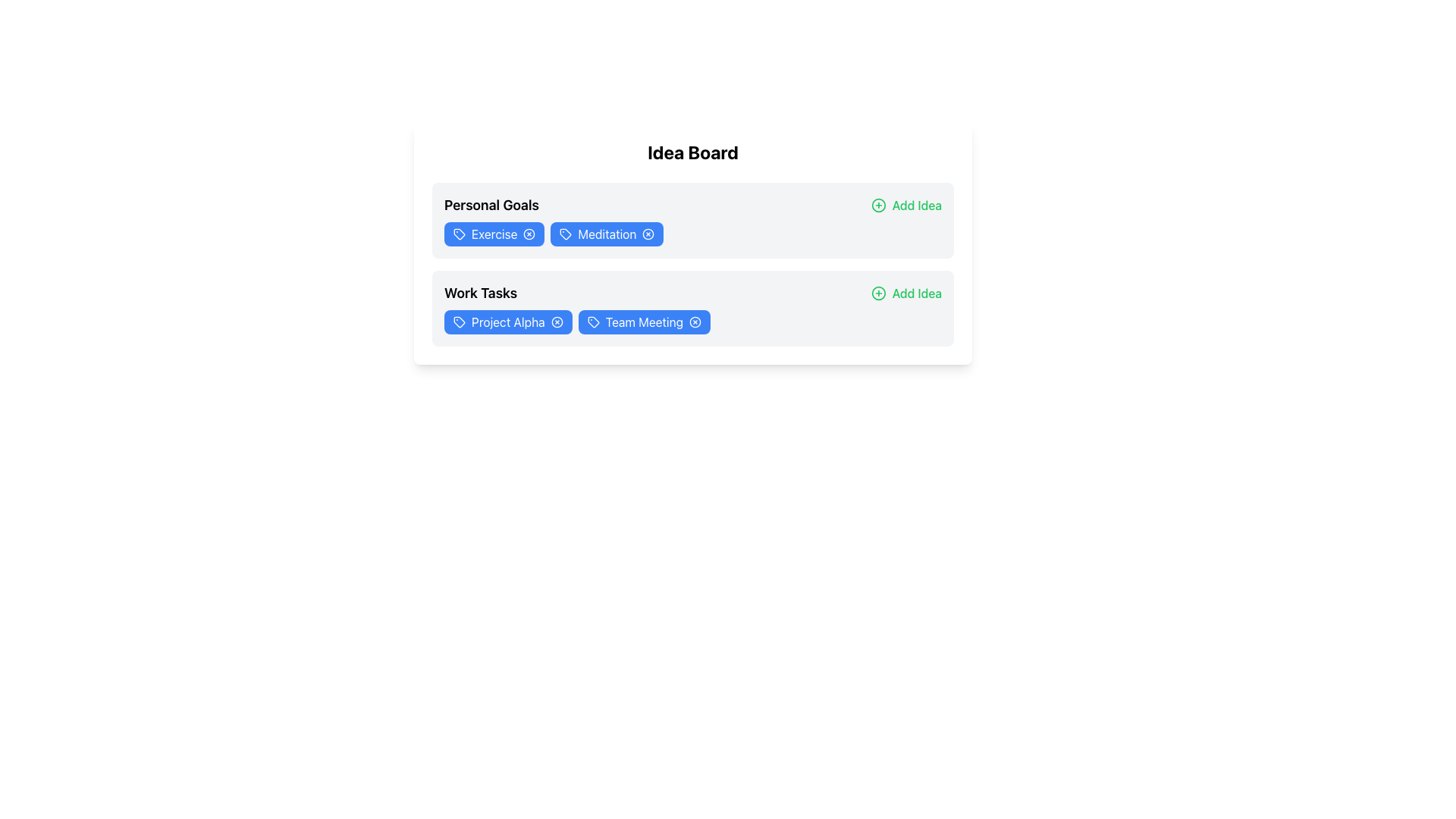 The width and height of the screenshot is (1456, 819). I want to click on the circular icon with a cross symbol, so click(529, 234).